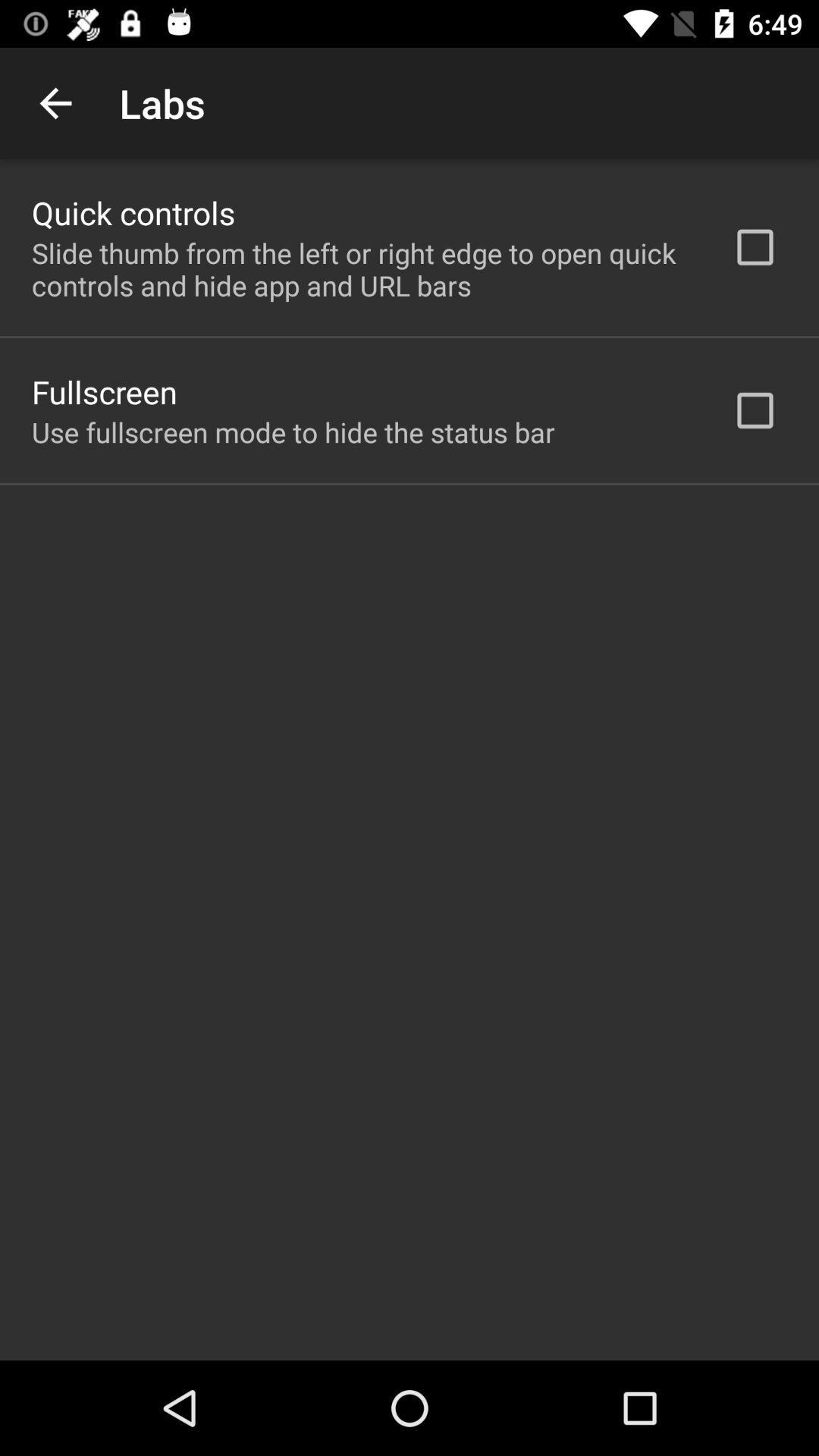 The width and height of the screenshot is (819, 1456). I want to click on icon below the quick controls, so click(362, 269).